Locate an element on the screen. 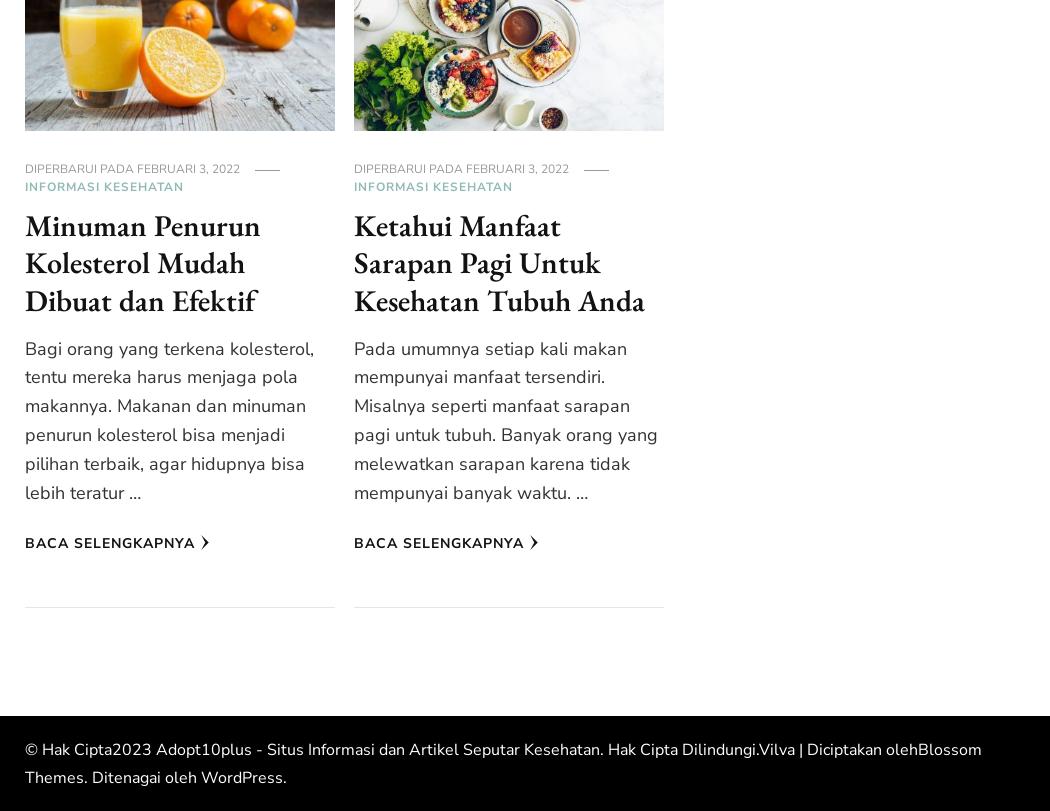 This screenshot has height=811, width=1050. '© Hak Cipta2023' is located at coordinates (90, 748).